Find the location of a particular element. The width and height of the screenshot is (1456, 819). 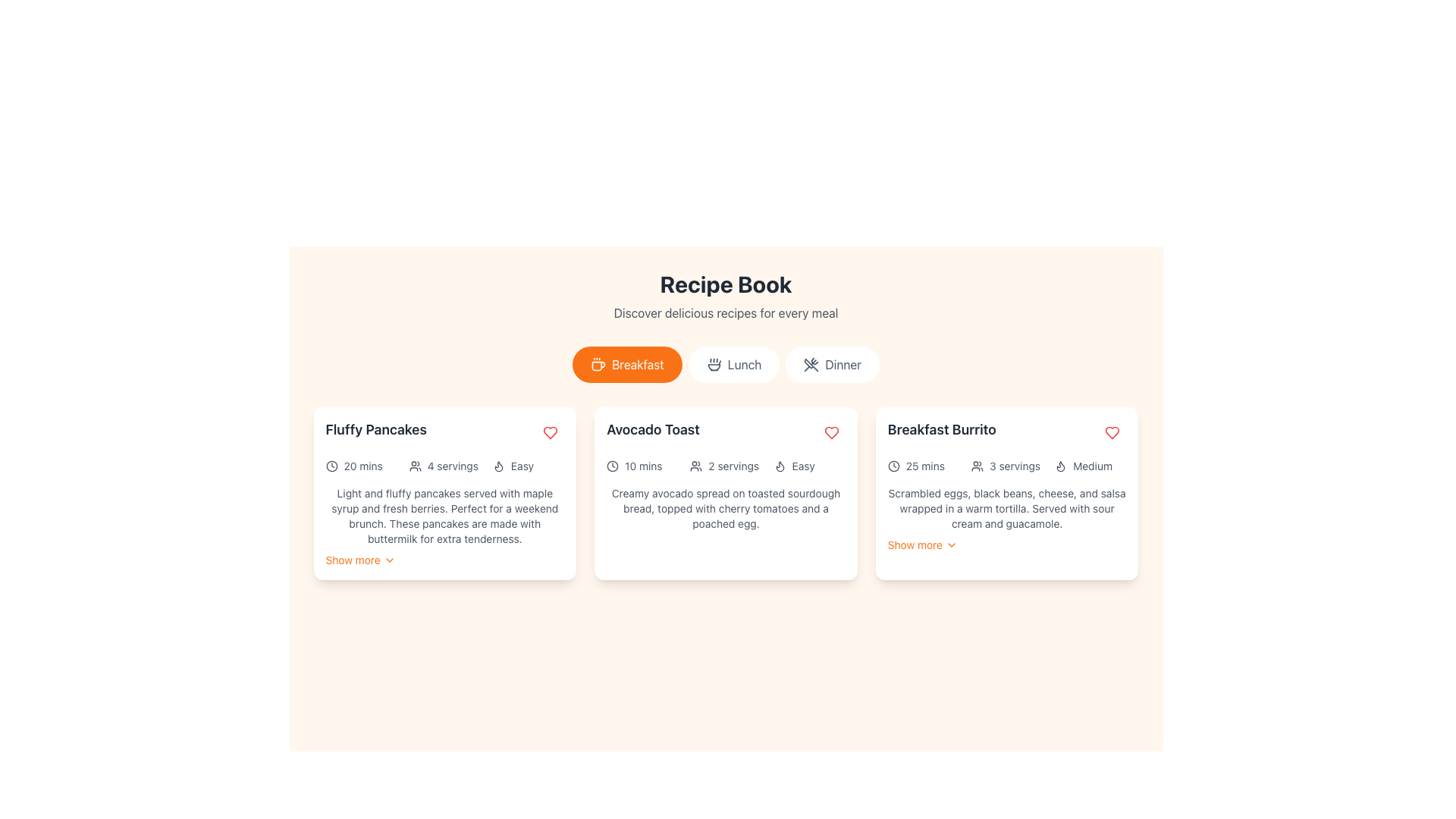

the estimated cooking time text label for the 'Breakfast Burrito' recipe, located at the top left of the recipe card is located at coordinates (922, 465).